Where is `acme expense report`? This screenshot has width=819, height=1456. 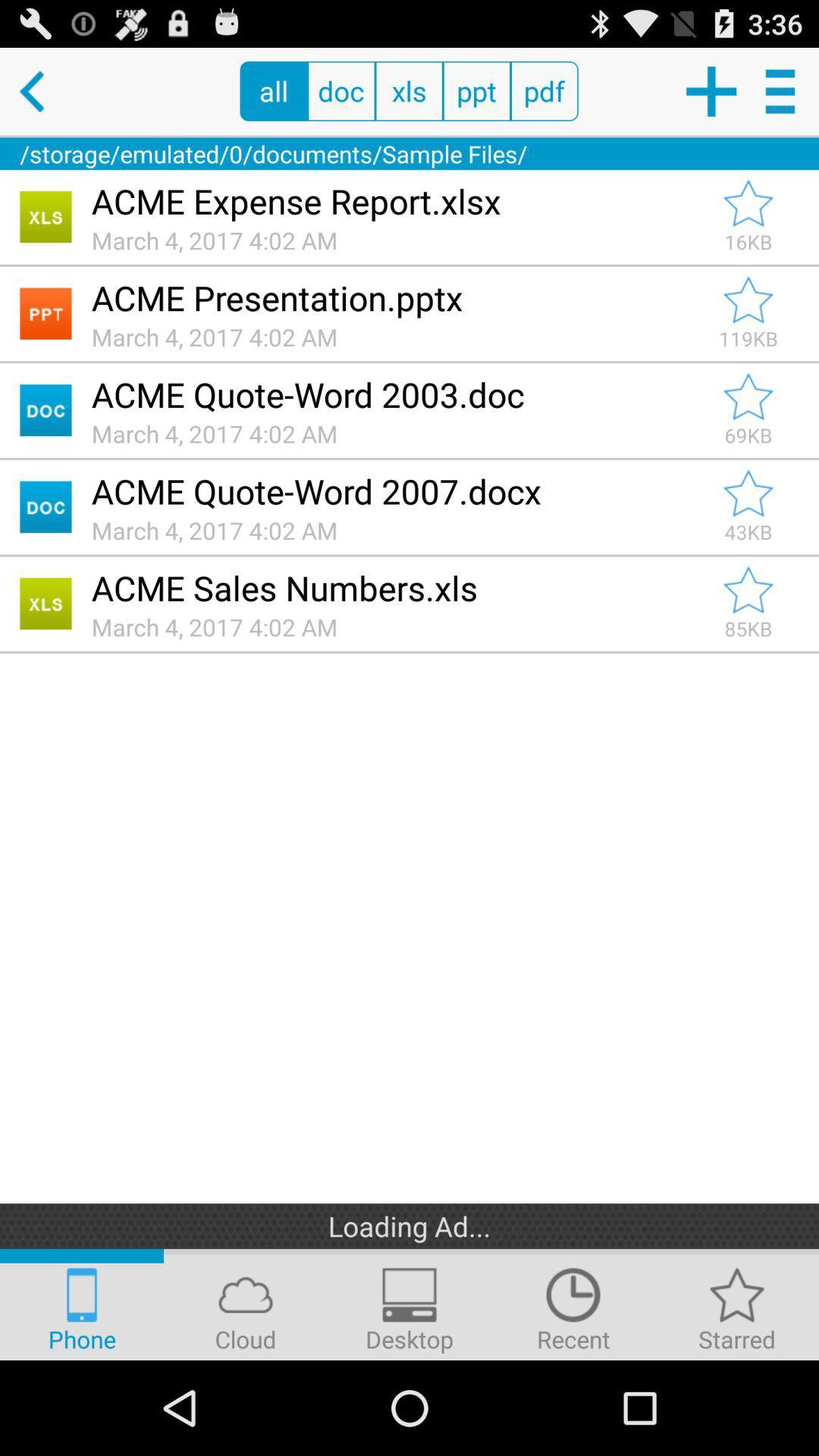
acme expense report is located at coordinates (748, 202).